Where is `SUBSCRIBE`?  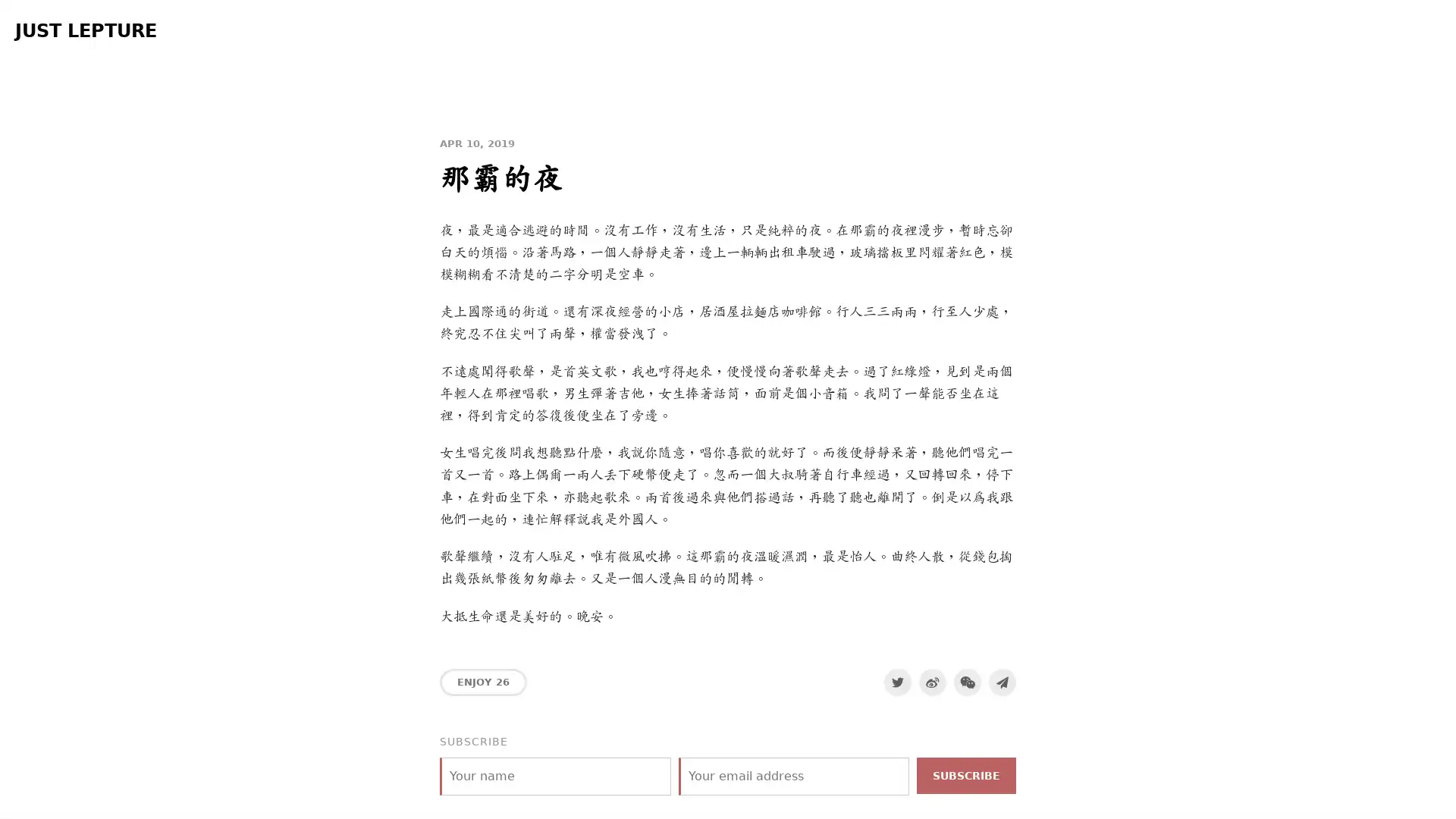
SUBSCRIBE is located at coordinates (965, 775).